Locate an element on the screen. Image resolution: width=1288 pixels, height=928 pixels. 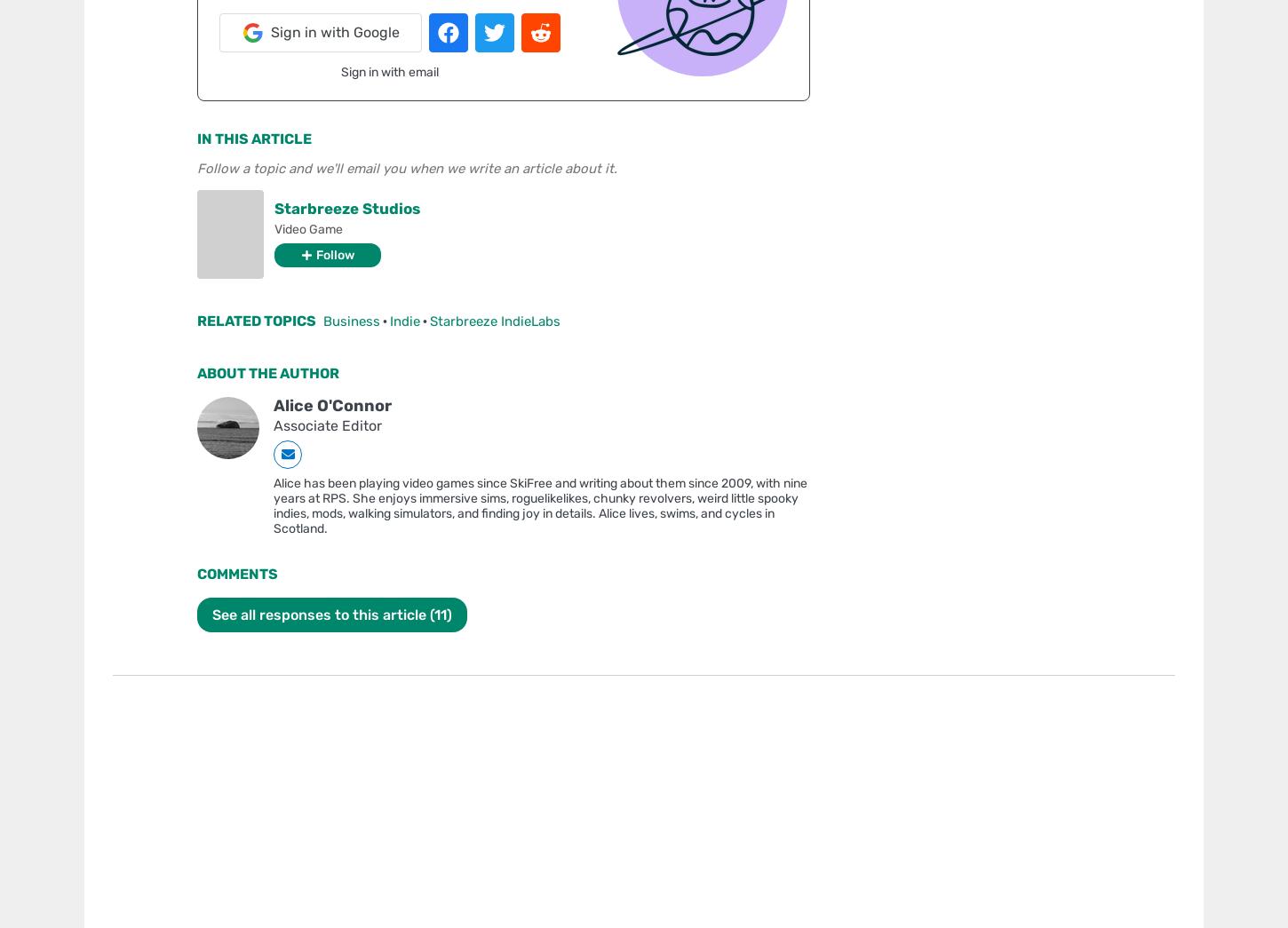
'Follow' is located at coordinates (334, 253).